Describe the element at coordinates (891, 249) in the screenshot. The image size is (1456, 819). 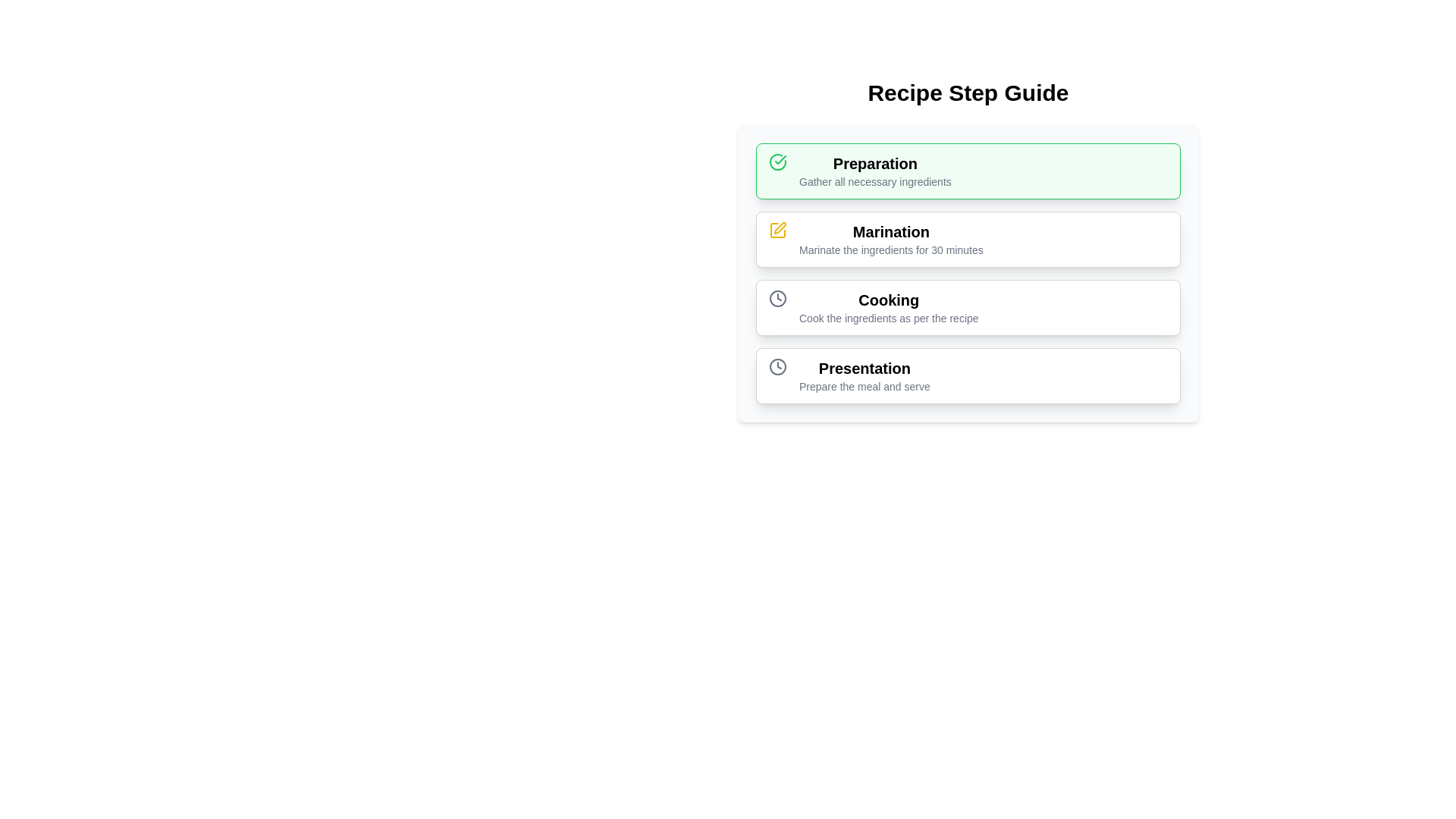
I see `the Text Description element that provides detailed instructions for the 'Marination' step in the recipe guide` at that location.